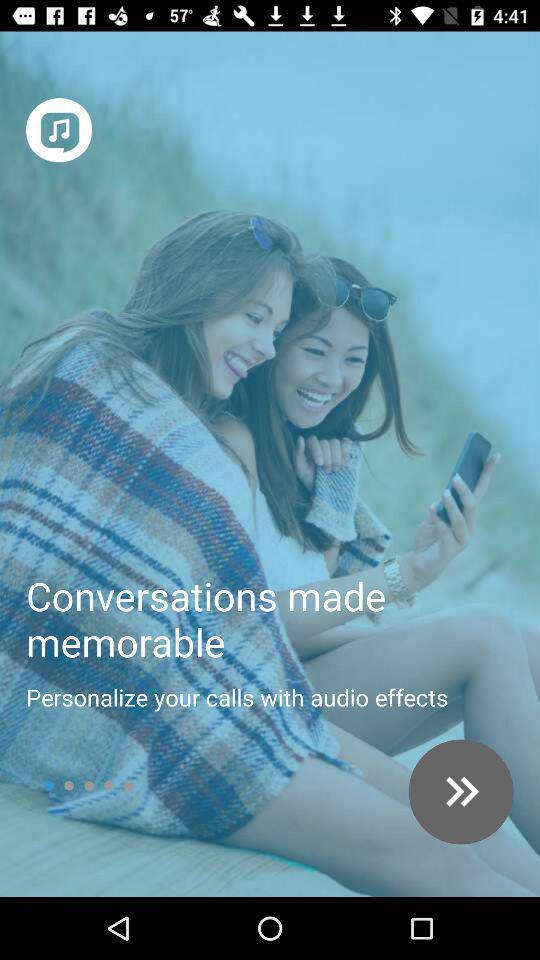 The height and width of the screenshot is (960, 540). Describe the element at coordinates (461, 792) in the screenshot. I see `the av_forward icon` at that location.